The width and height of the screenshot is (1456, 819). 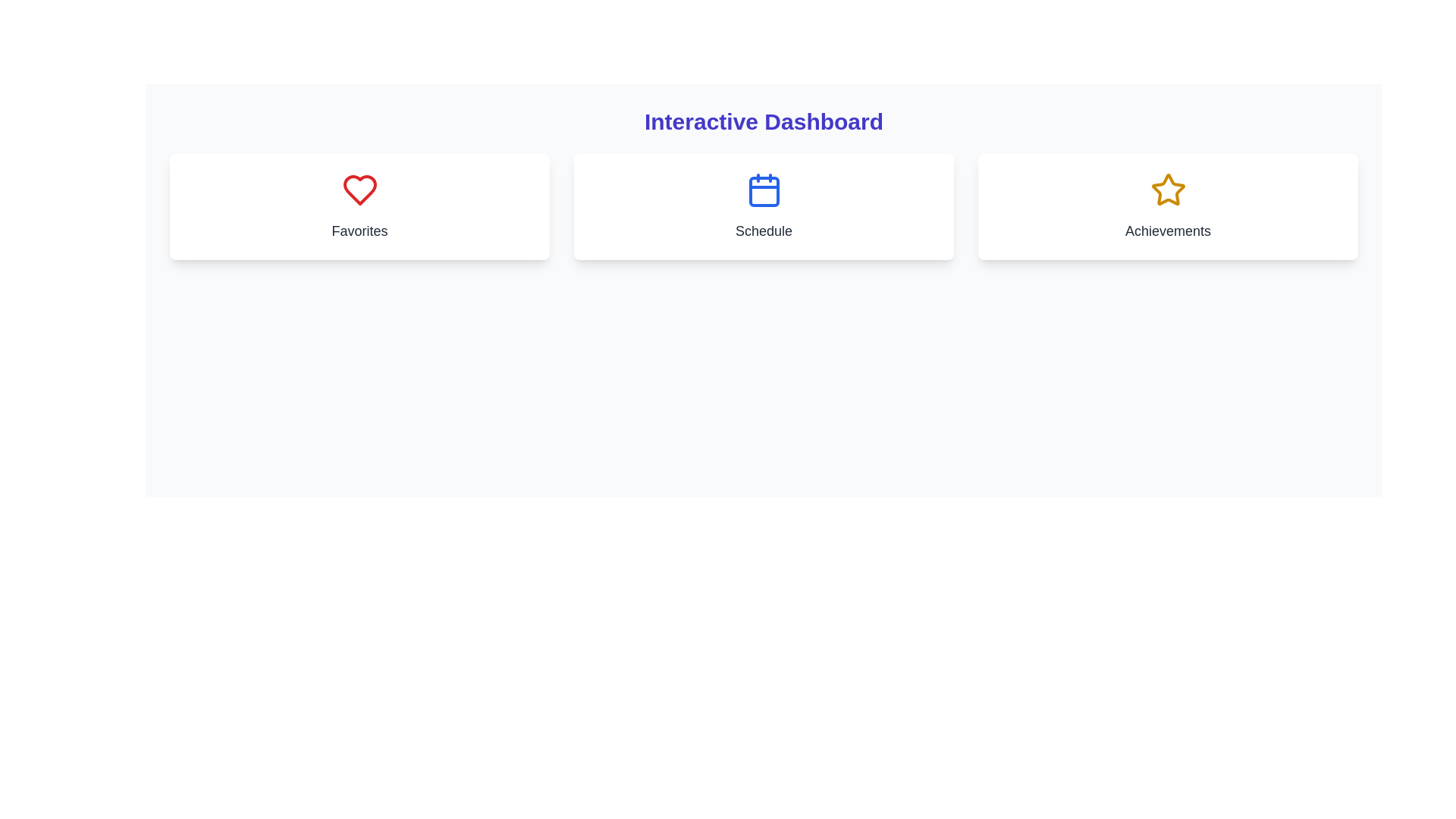 I want to click on the 'Achievements' component, which features a yellow star icon above the text, so click(x=1167, y=207).